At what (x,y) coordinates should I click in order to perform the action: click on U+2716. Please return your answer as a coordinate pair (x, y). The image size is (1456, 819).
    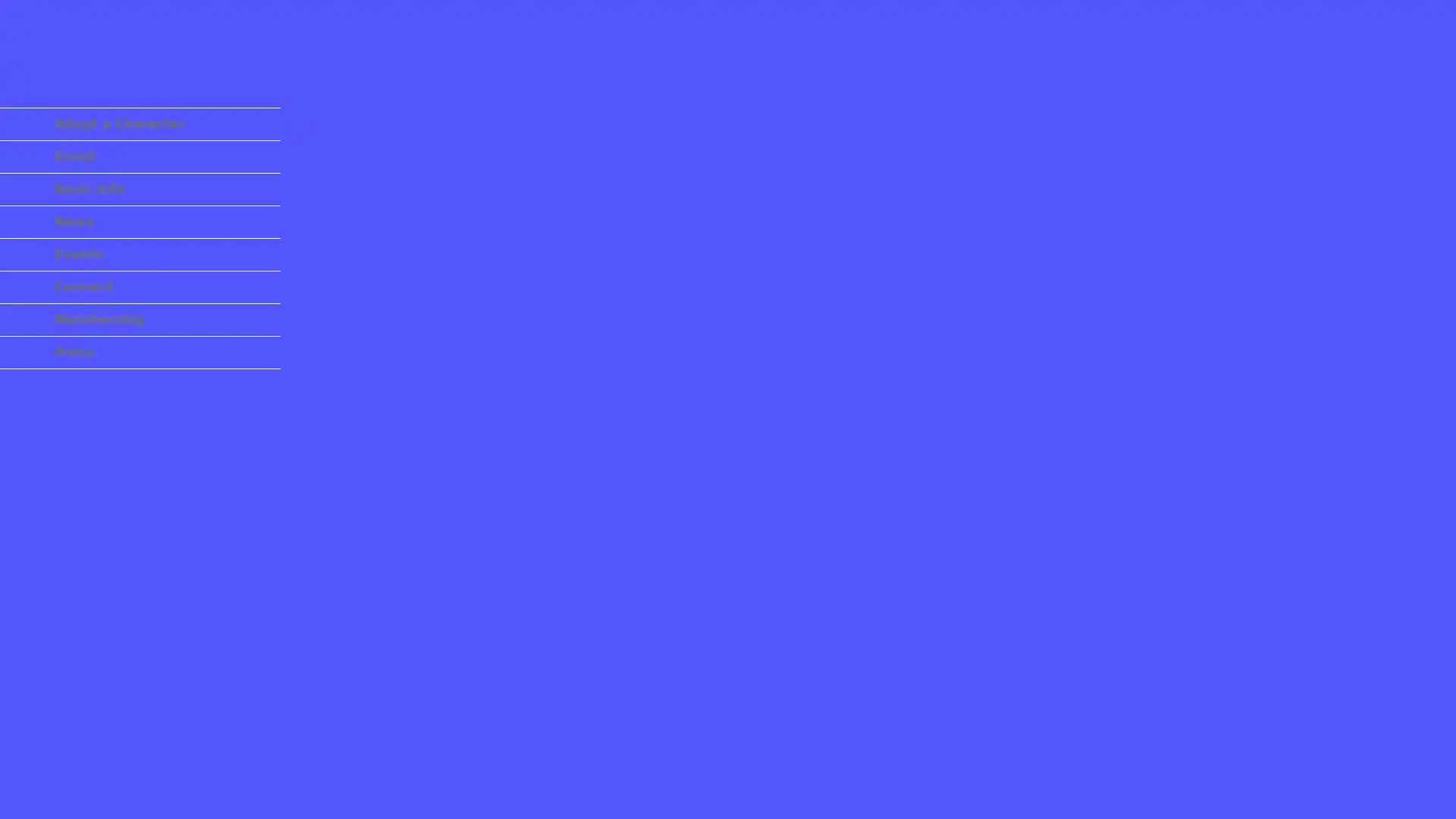
    Looking at the image, I should click on (1045, 292).